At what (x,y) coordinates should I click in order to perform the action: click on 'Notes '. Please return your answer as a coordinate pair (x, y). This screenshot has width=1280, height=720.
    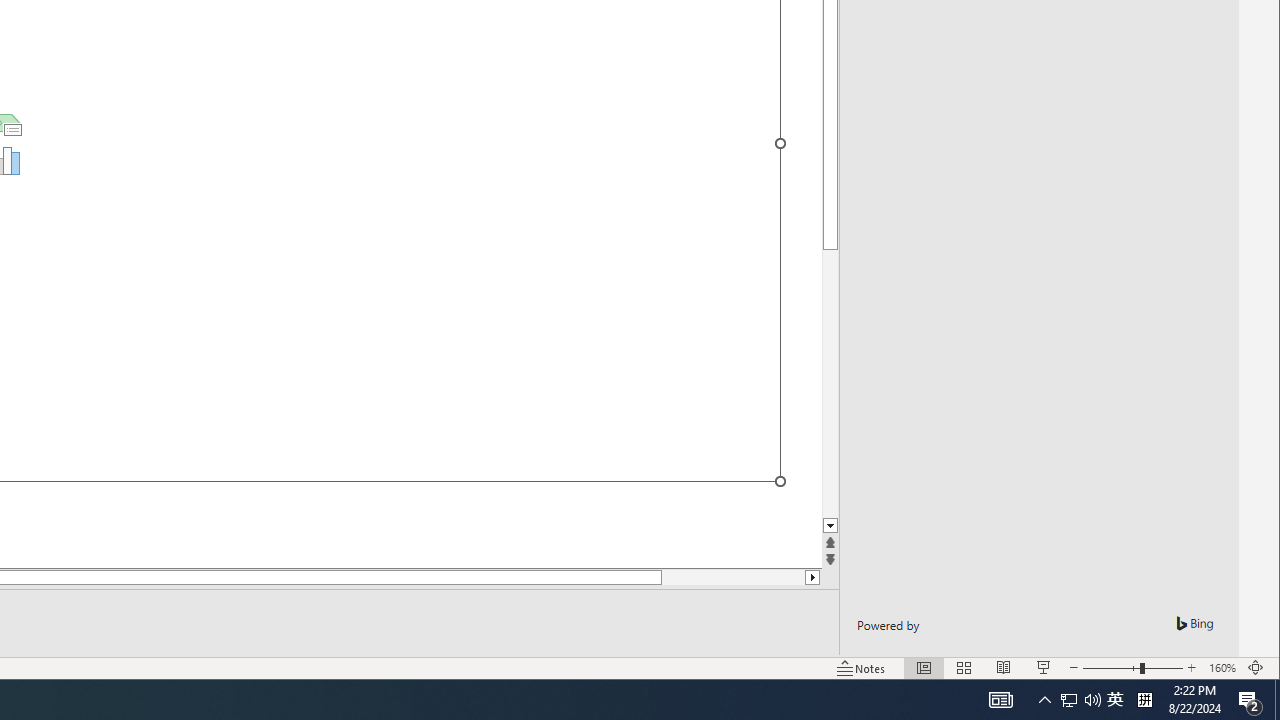
    Looking at the image, I should click on (861, 668).